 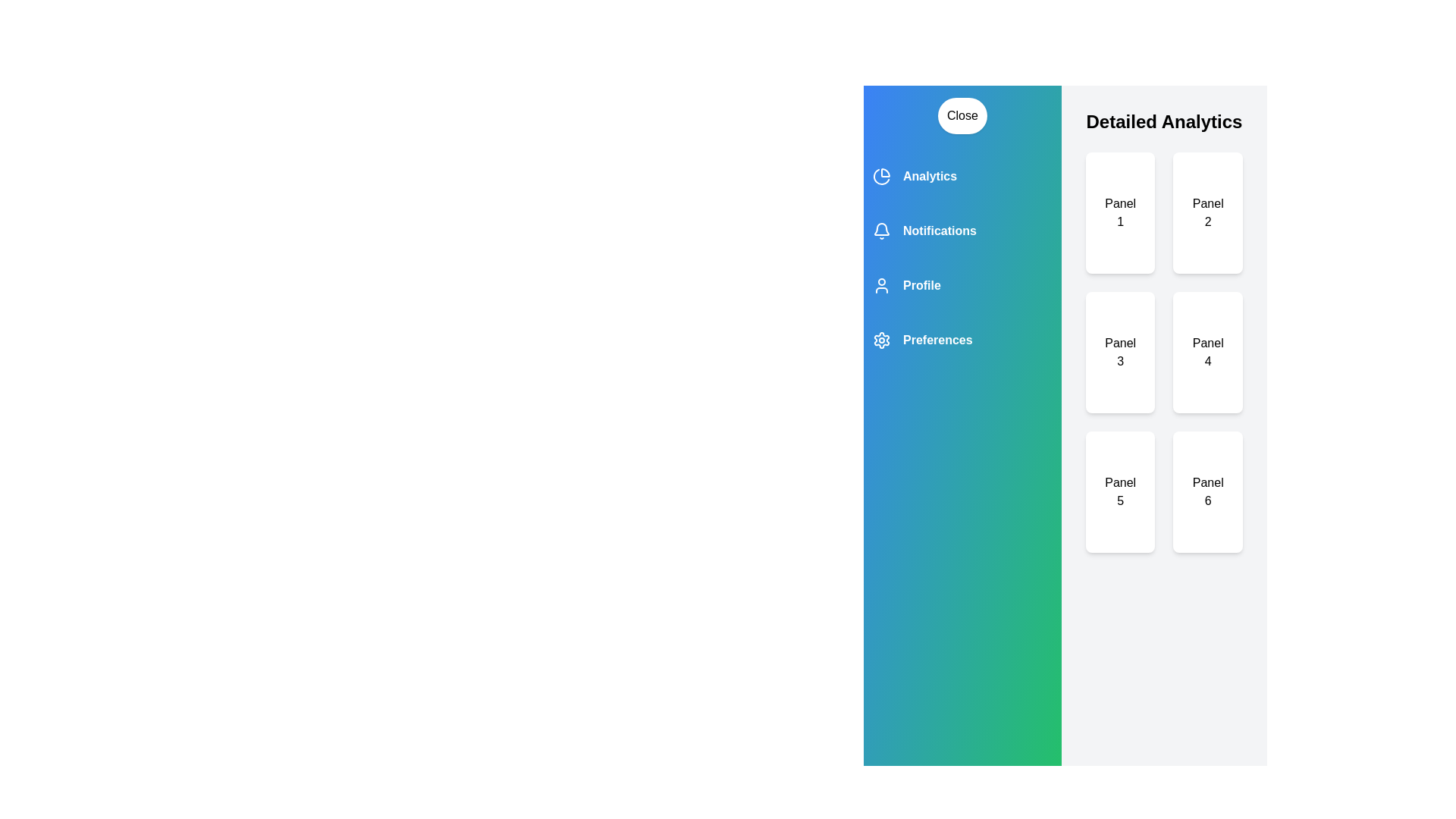 What do you see at coordinates (961, 231) in the screenshot?
I see `the category Notifications to observe its visual feedback` at bounding box center [961, 231].